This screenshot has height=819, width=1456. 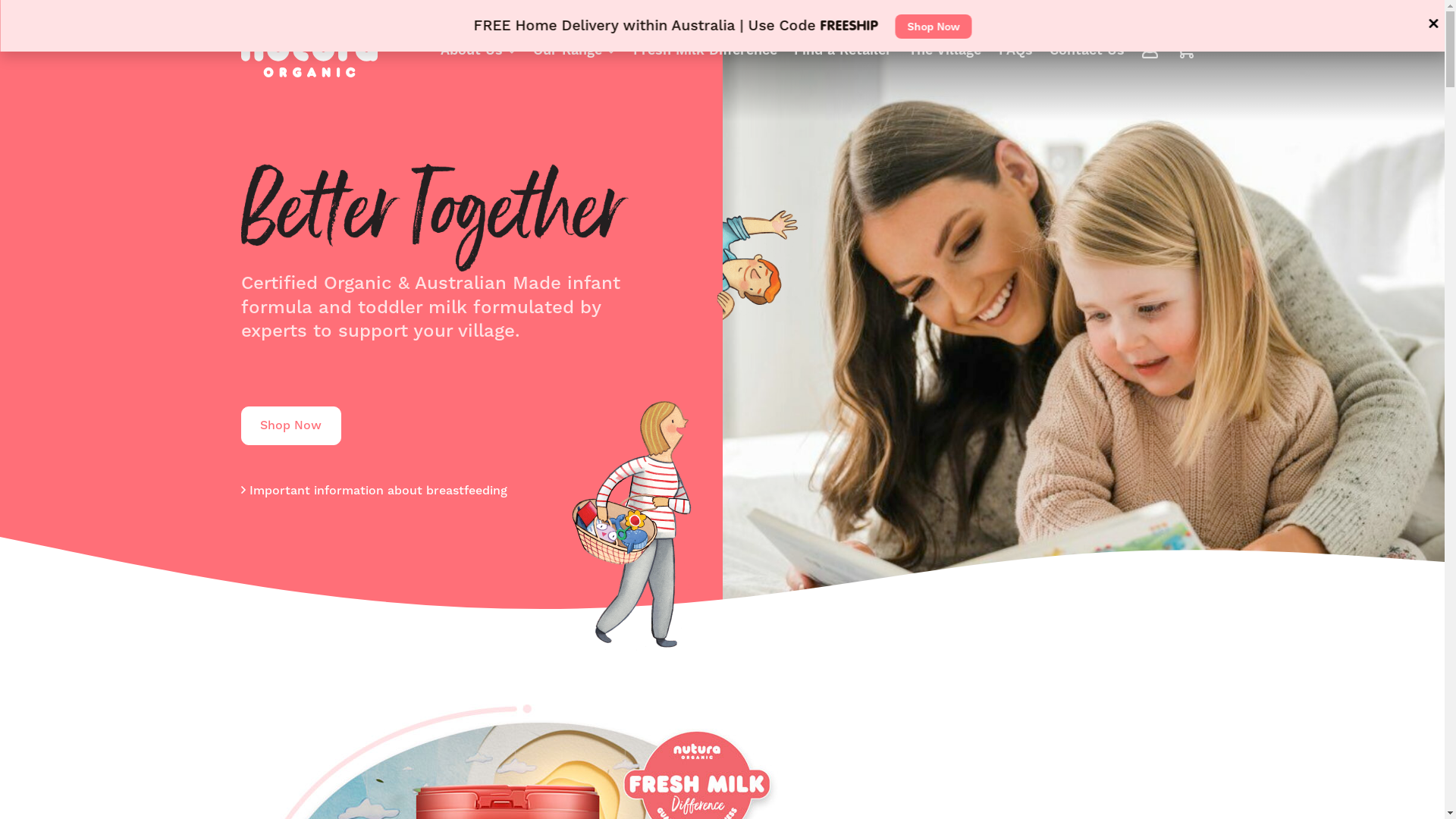 I want to click on 'The Village', so click(x=944, y=49).